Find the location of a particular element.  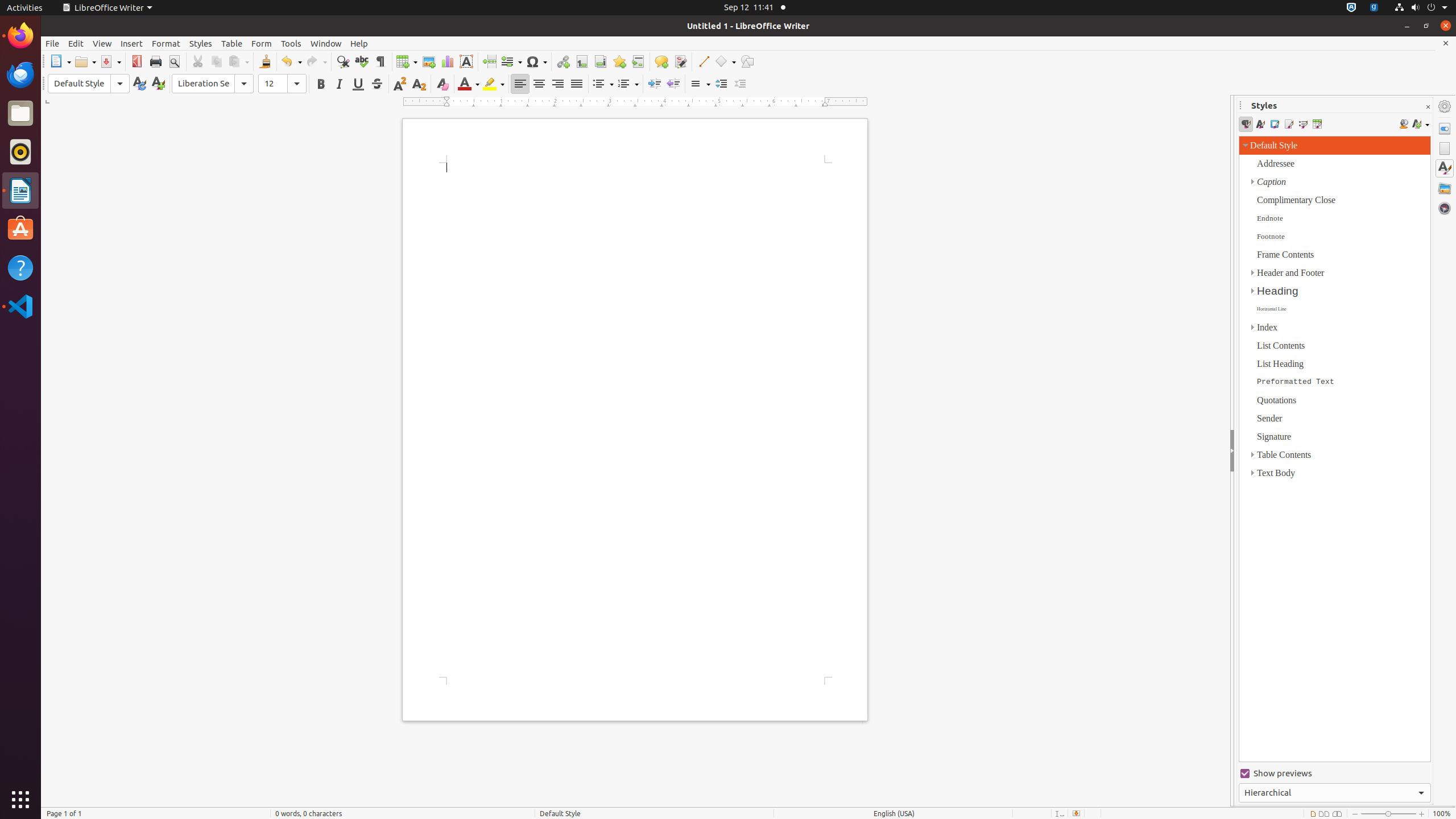

'Edit' is located at coordinates (76, 43).